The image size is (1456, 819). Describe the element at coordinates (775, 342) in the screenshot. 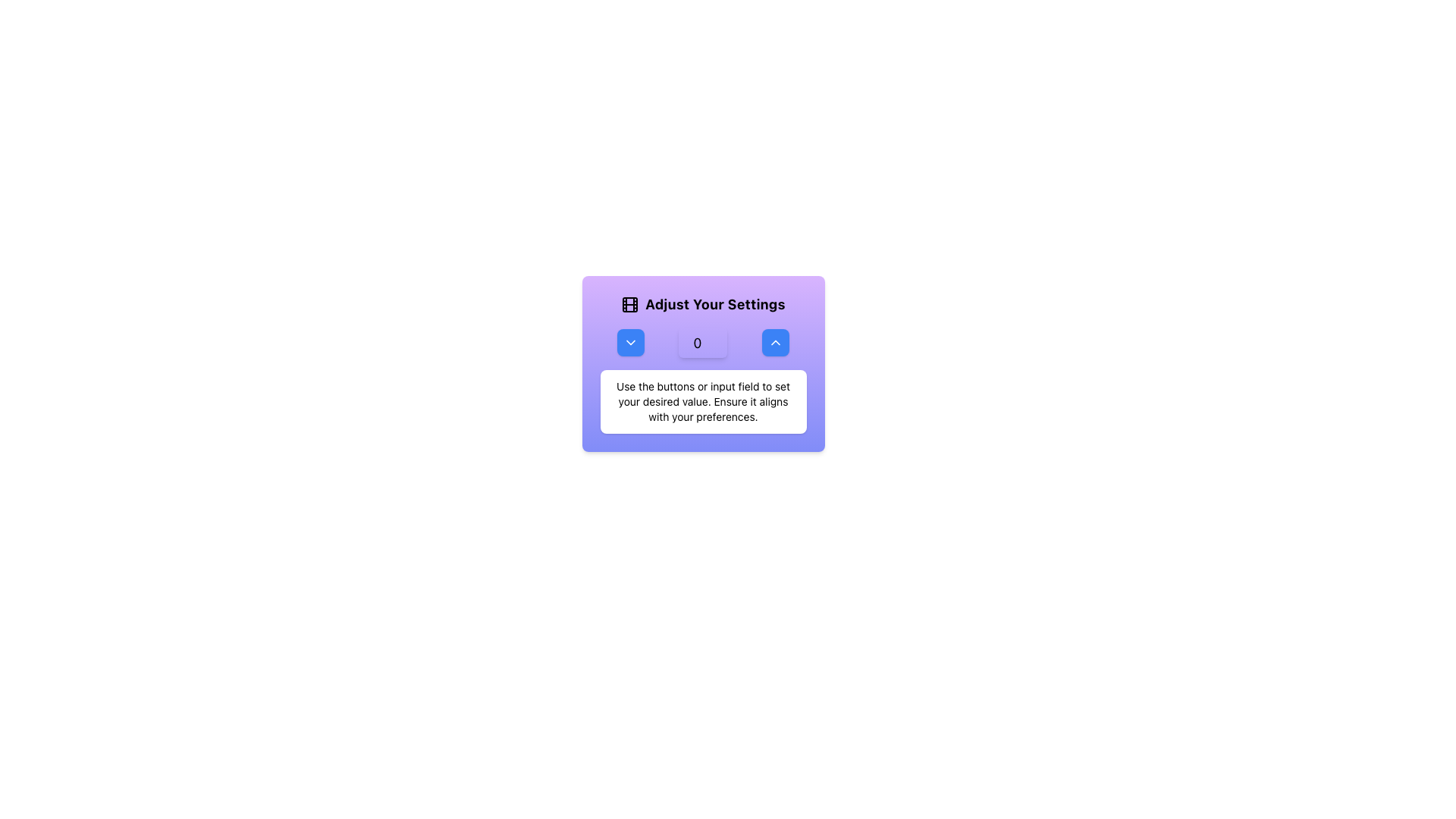

I see `the upward-pointing chevron icon button, which is styled with a white color on a blue circular background, located at the rightmost position among three control elements in the modal` at that location.